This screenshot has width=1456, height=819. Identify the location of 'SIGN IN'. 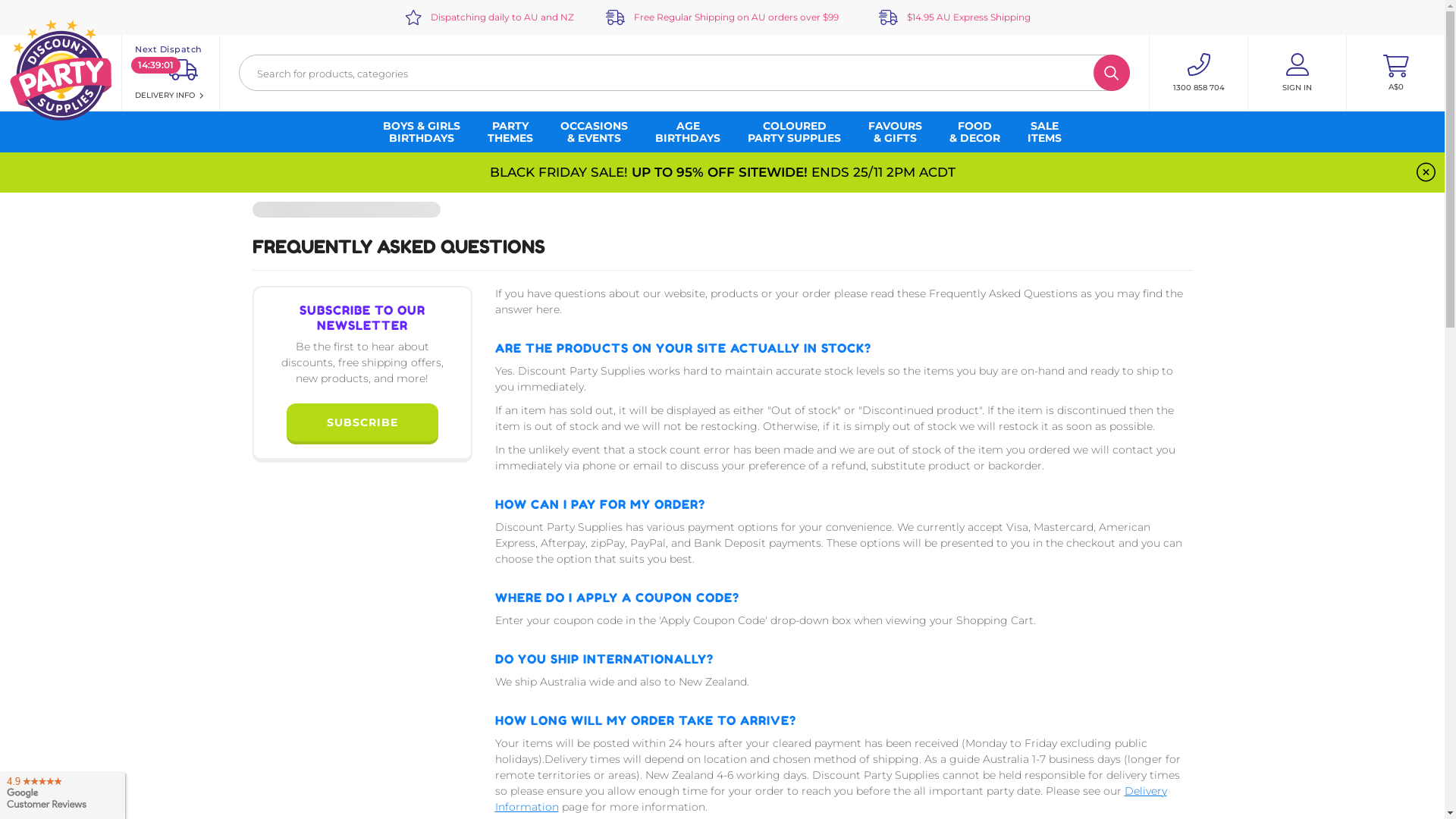
(1296, 73).